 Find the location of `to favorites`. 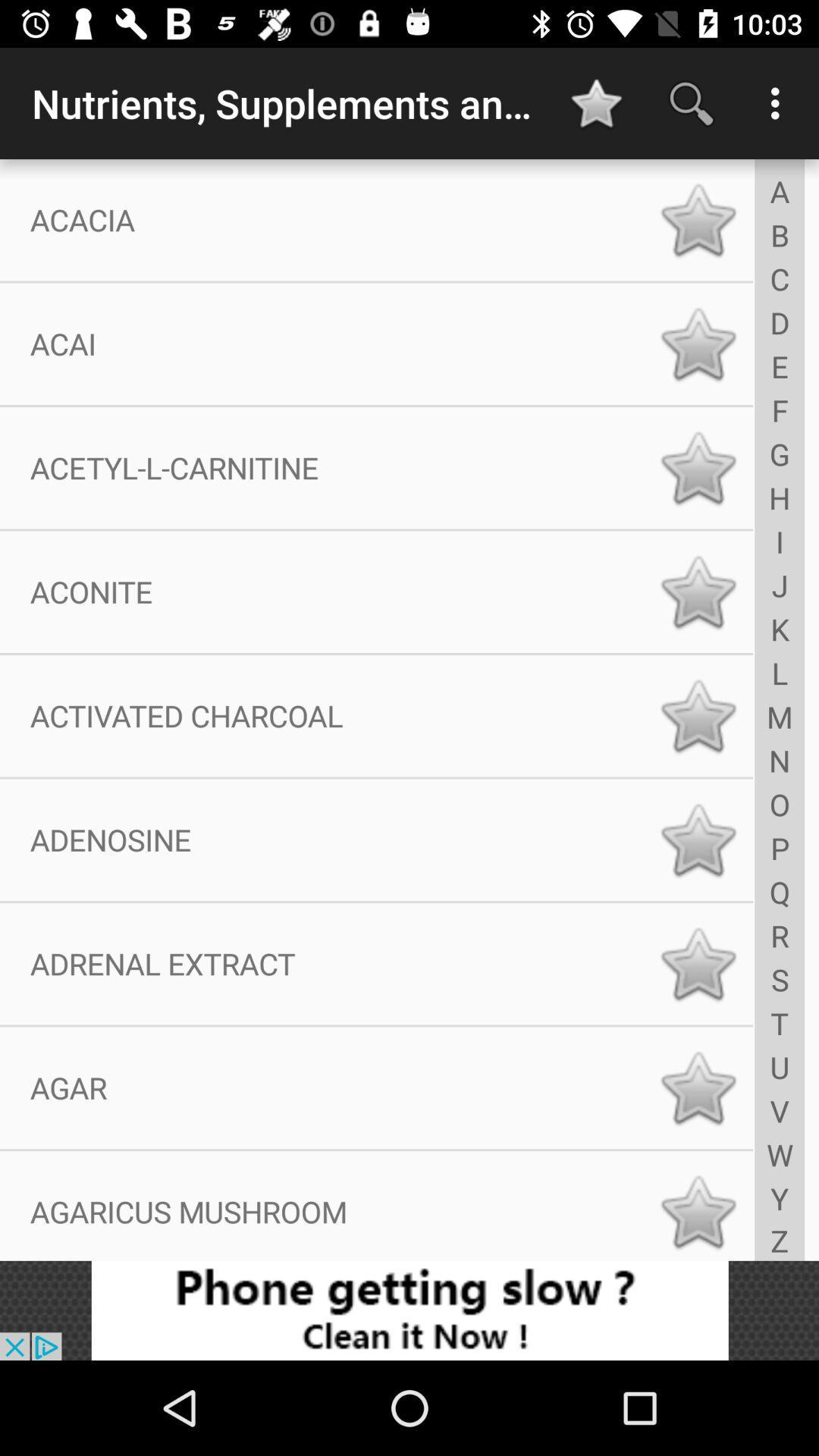

to favorites is located at coordinates (698, 467).